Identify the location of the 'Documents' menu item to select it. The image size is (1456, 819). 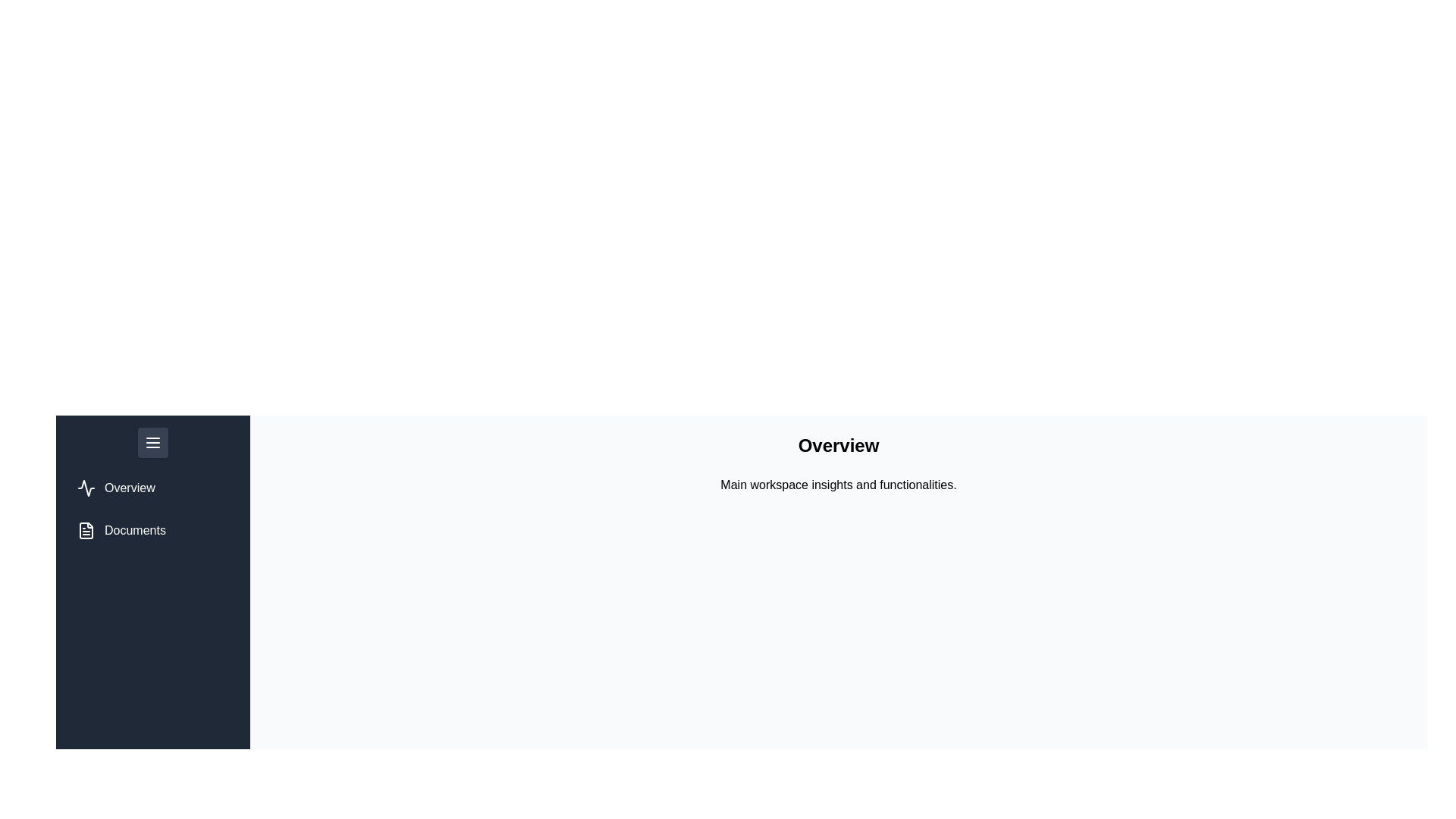
(120, 529).